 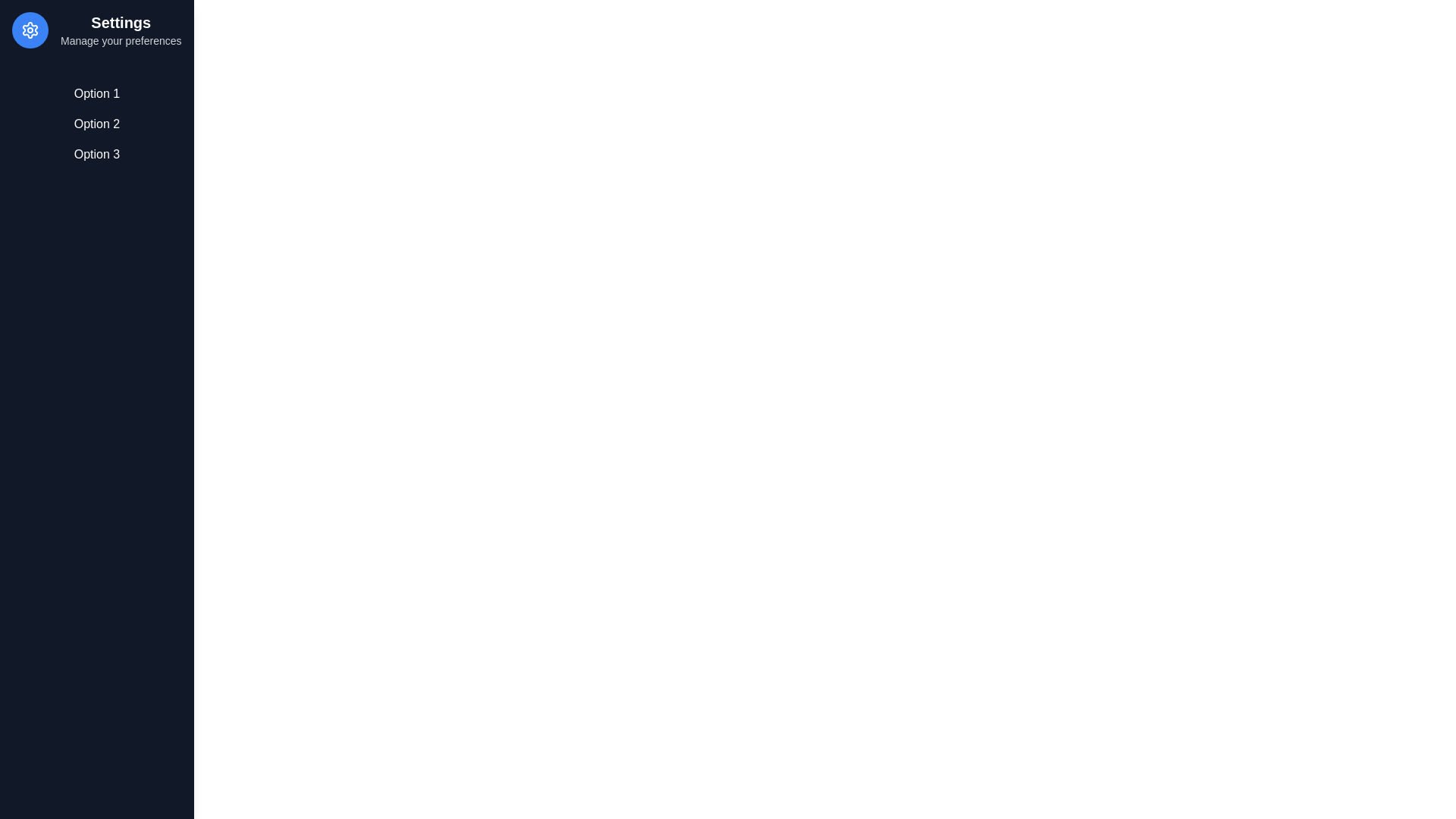 What do you see at coordinates (120, 40) in the screenshot?
I see `the descriptive text label beneath the bold 'Settings' text, which informs users about the functionality associated with 'Settings'` at bounding box center [120, 40].